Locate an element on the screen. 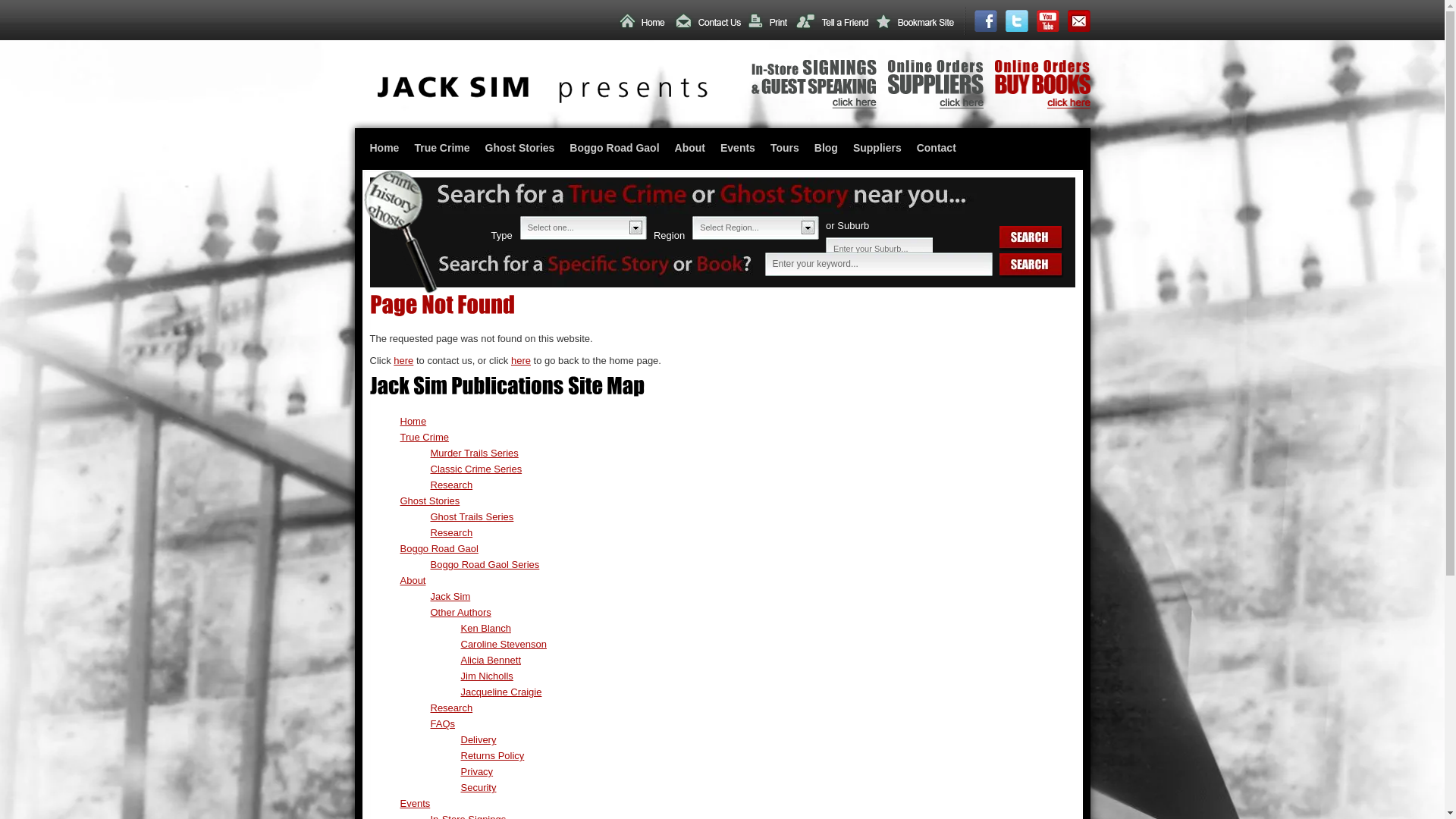 This screenshot has height=819, width=1456. 'Murder Trails Series' is located at coordinates (473, 452).